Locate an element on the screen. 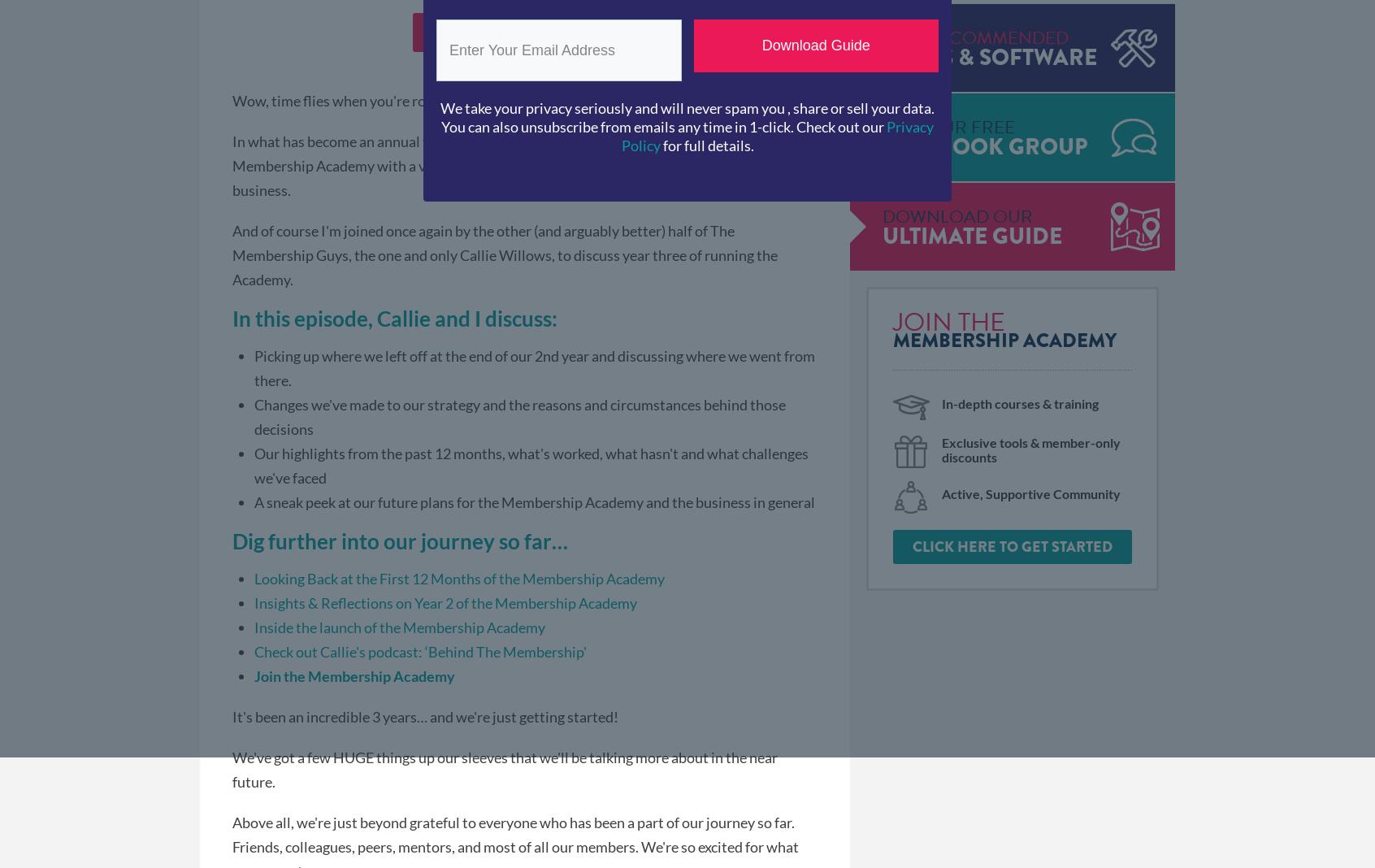 The image size is (1375, 868). 'Changes we've made to our strategy and the reasons and circumstances behind those decisions' is located at coordinates (520, 415).